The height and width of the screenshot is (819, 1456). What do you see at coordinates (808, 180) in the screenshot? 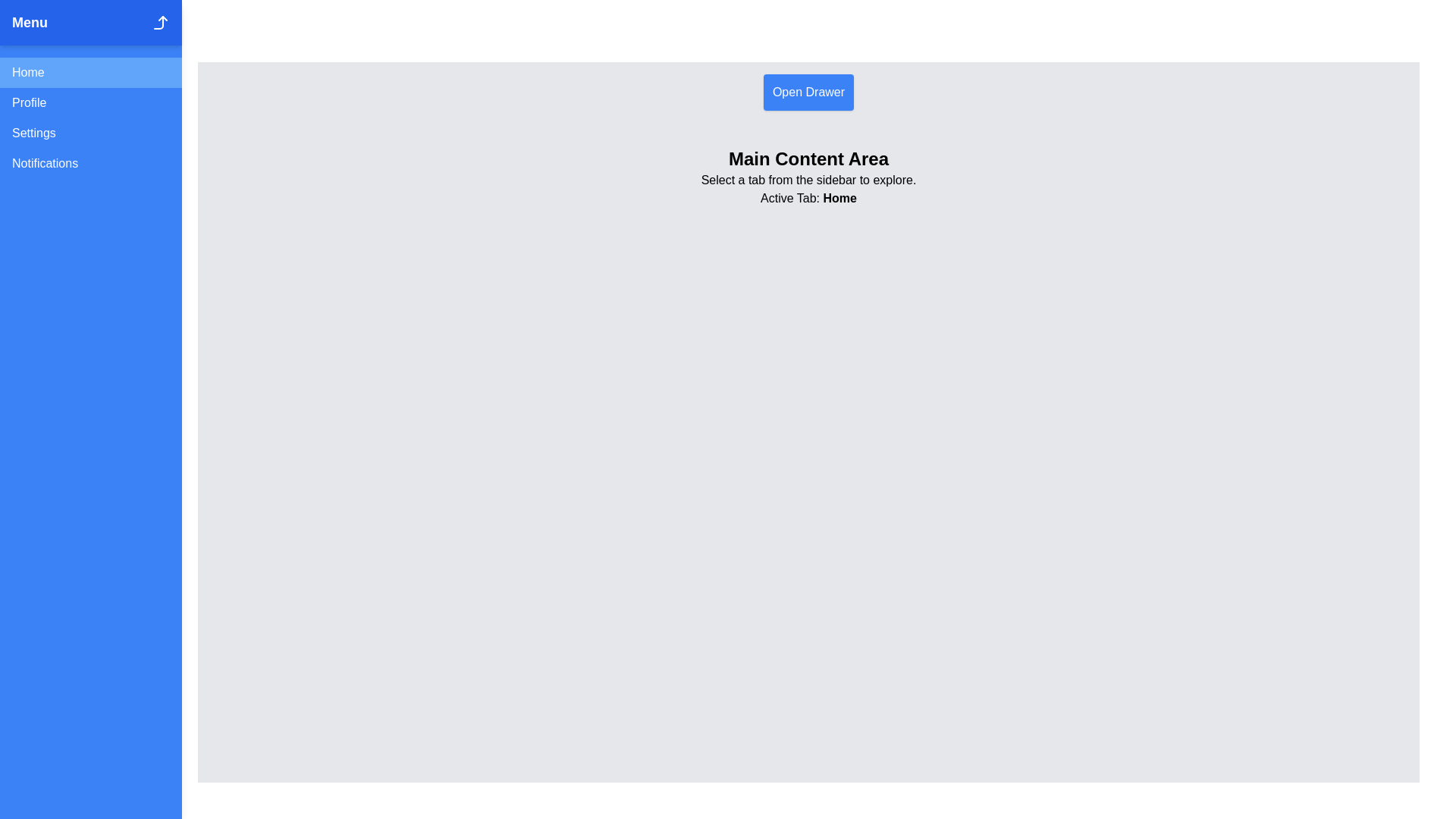
I see `the Static Text element that provides instructions for interacting with tabs in the sidebar, located between the 'Main Content Area' heading and the 'Active Tab: Home' text` at bounding box center [808, 180].